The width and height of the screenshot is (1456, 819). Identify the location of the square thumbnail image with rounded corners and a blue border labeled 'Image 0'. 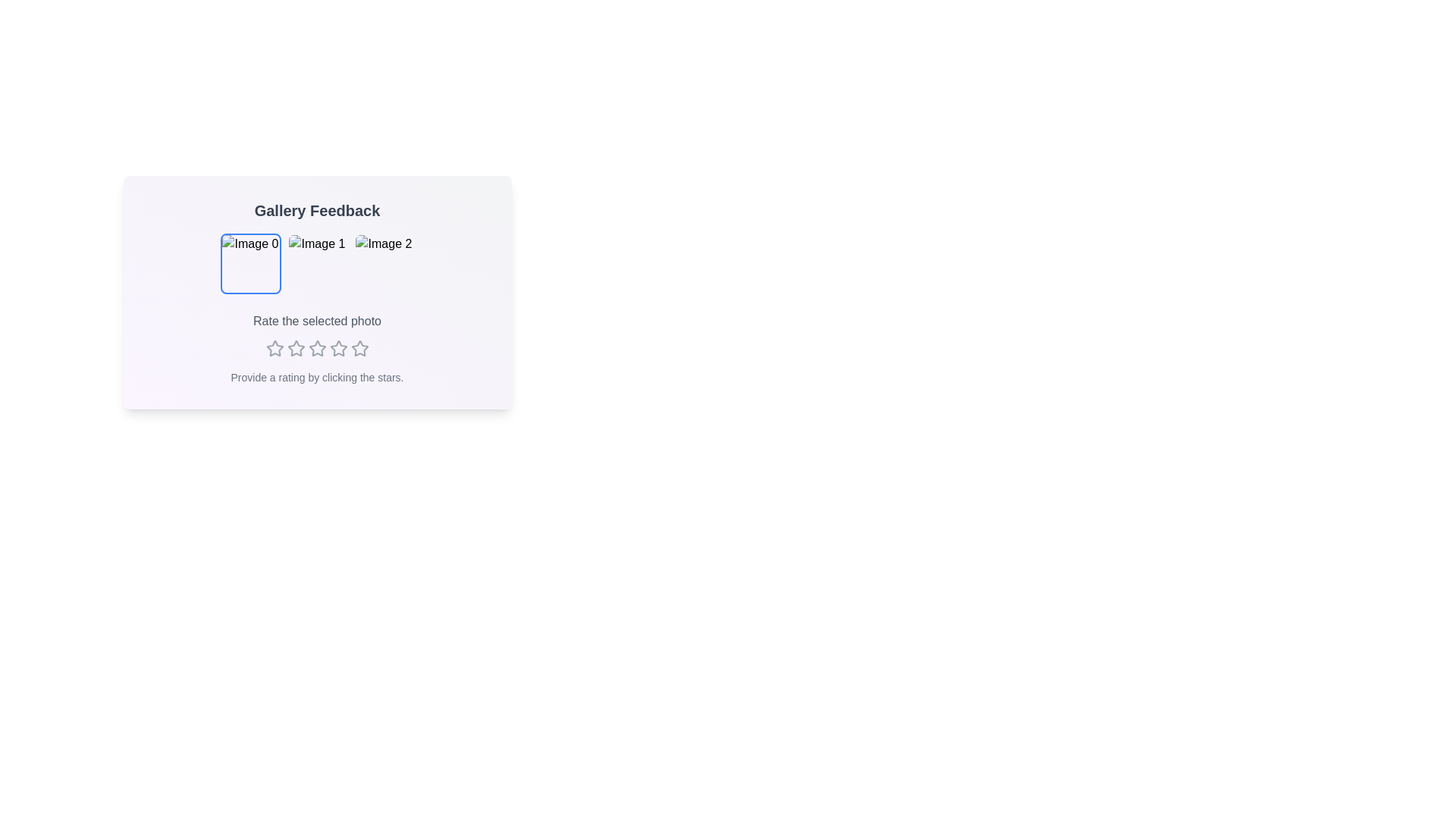
(250, 262).